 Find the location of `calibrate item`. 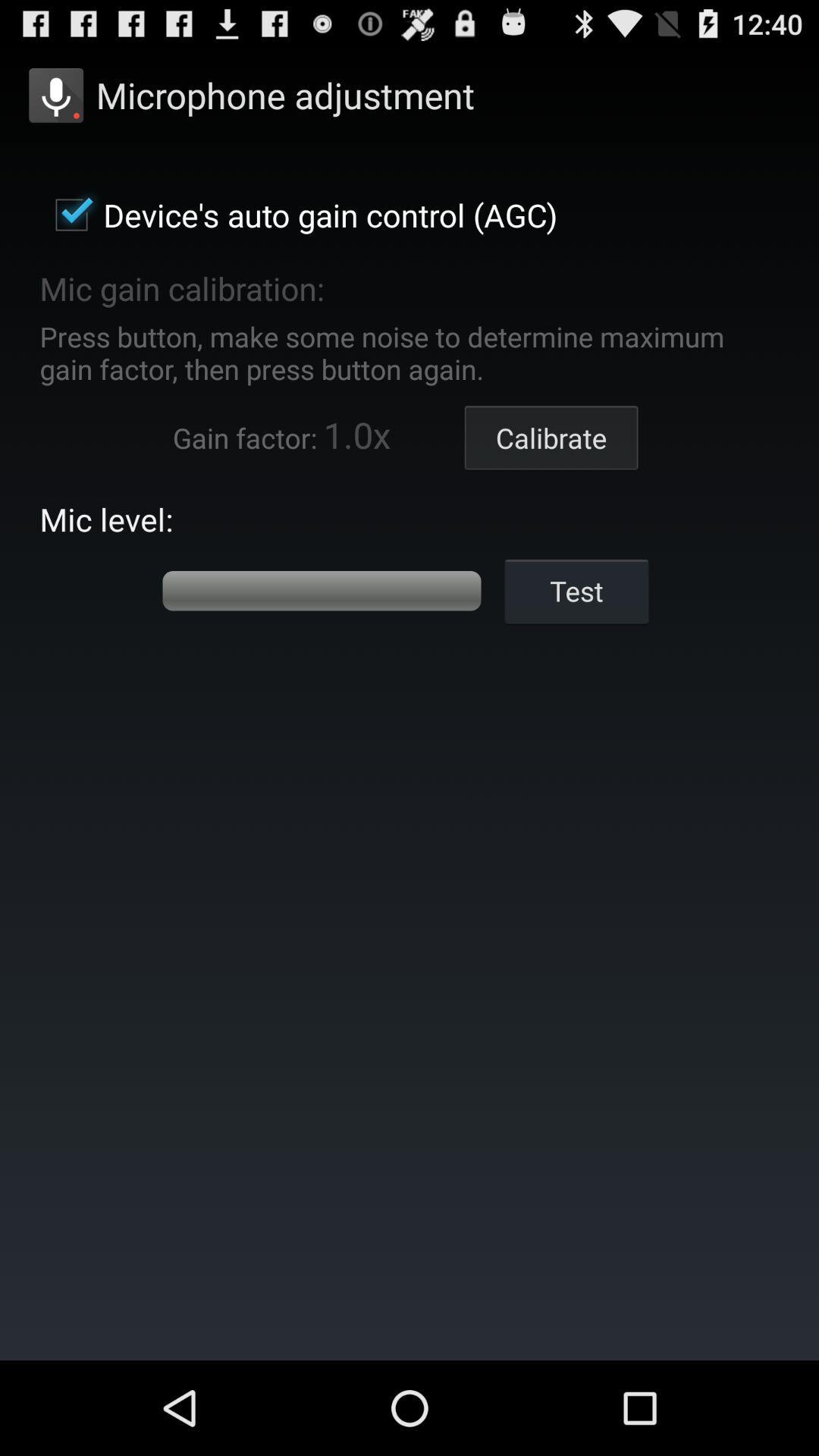

calibrate item is located at coordinates (551, 437).